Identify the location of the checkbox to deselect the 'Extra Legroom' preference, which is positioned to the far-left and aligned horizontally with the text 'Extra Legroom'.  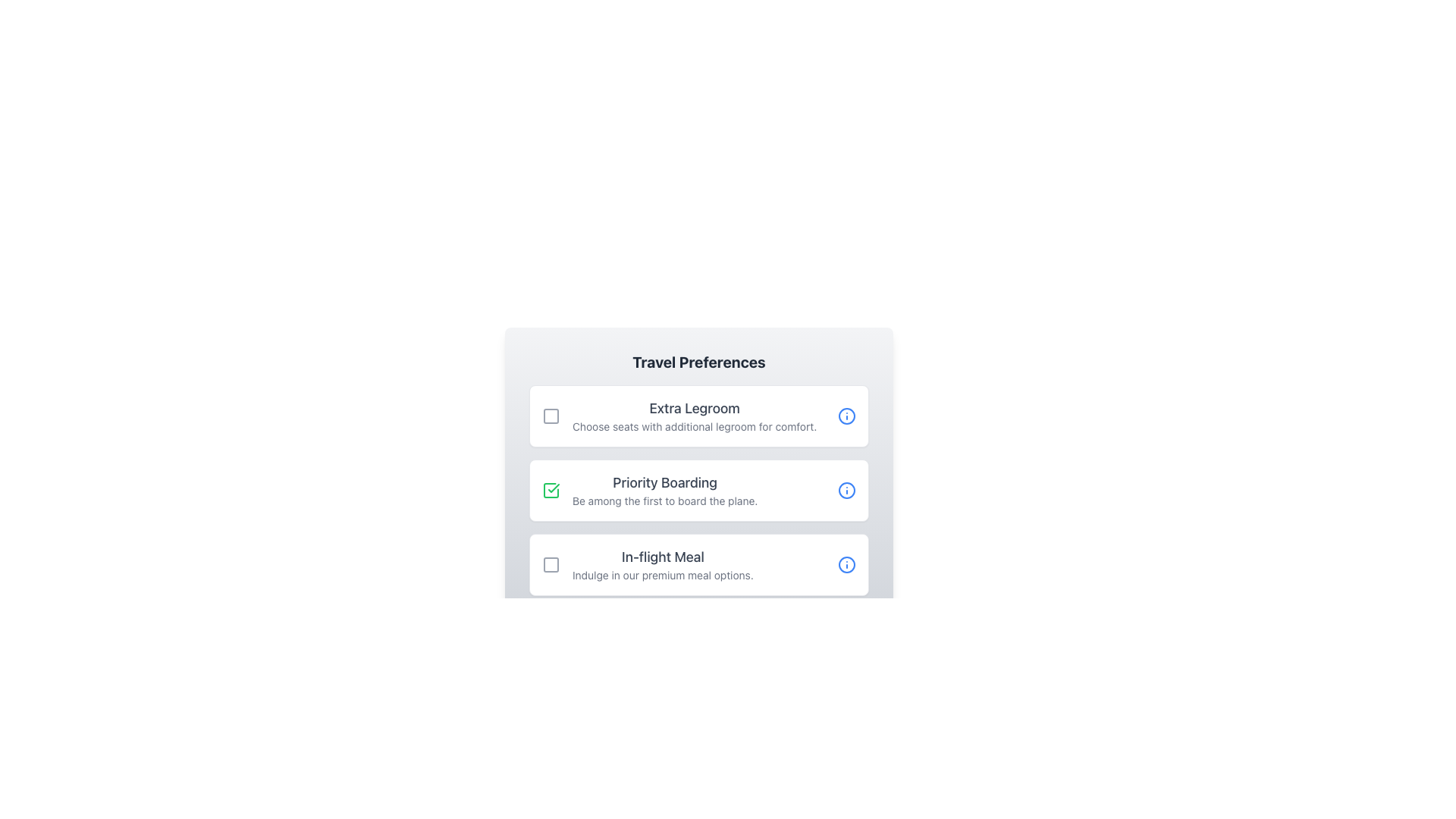
(550, 416).